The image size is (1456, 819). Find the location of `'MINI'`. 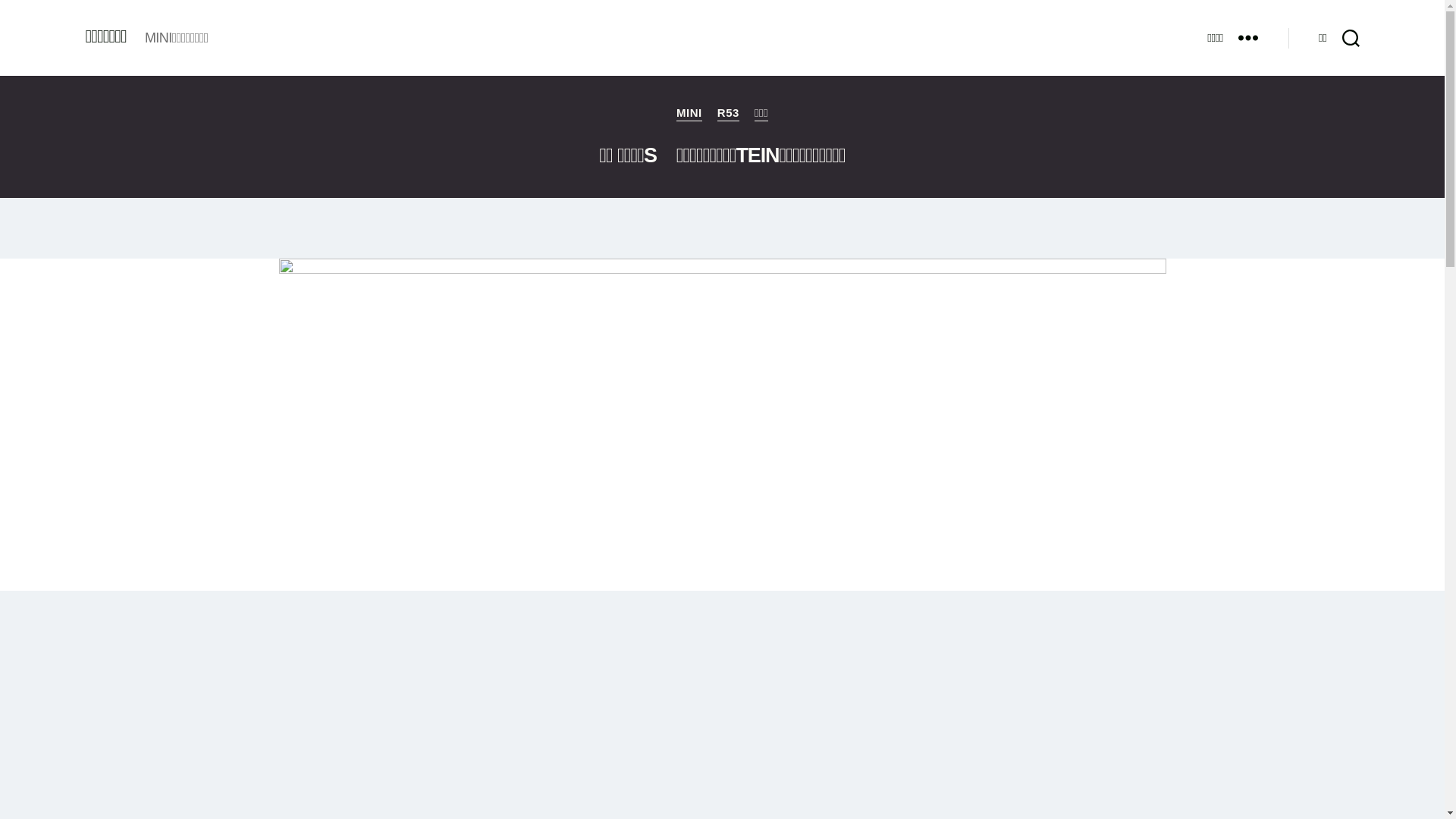

'MINI' is located at coordinates (688, 113).